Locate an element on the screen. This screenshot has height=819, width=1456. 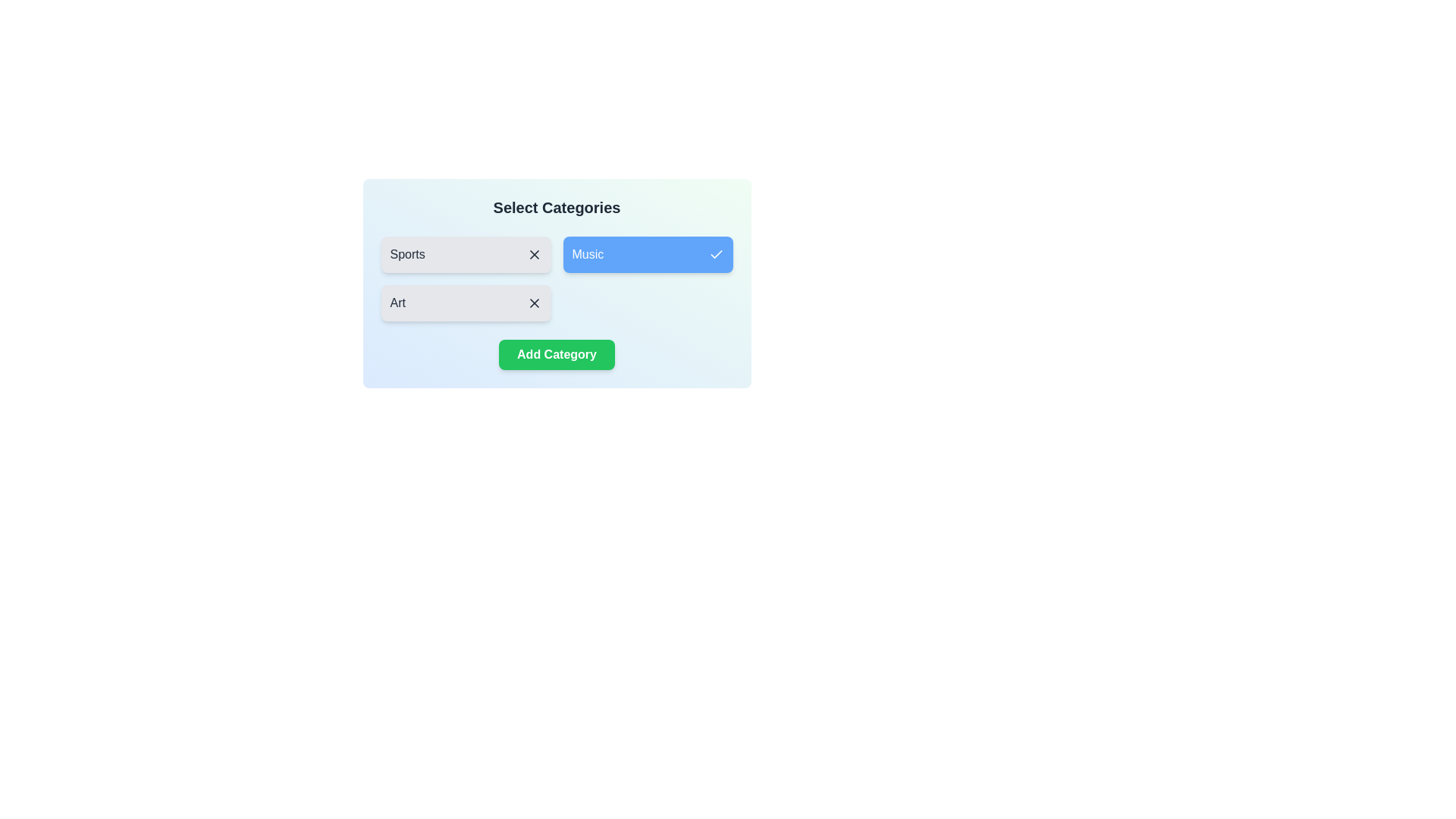
the category Music is located at coordinates (648, 253).